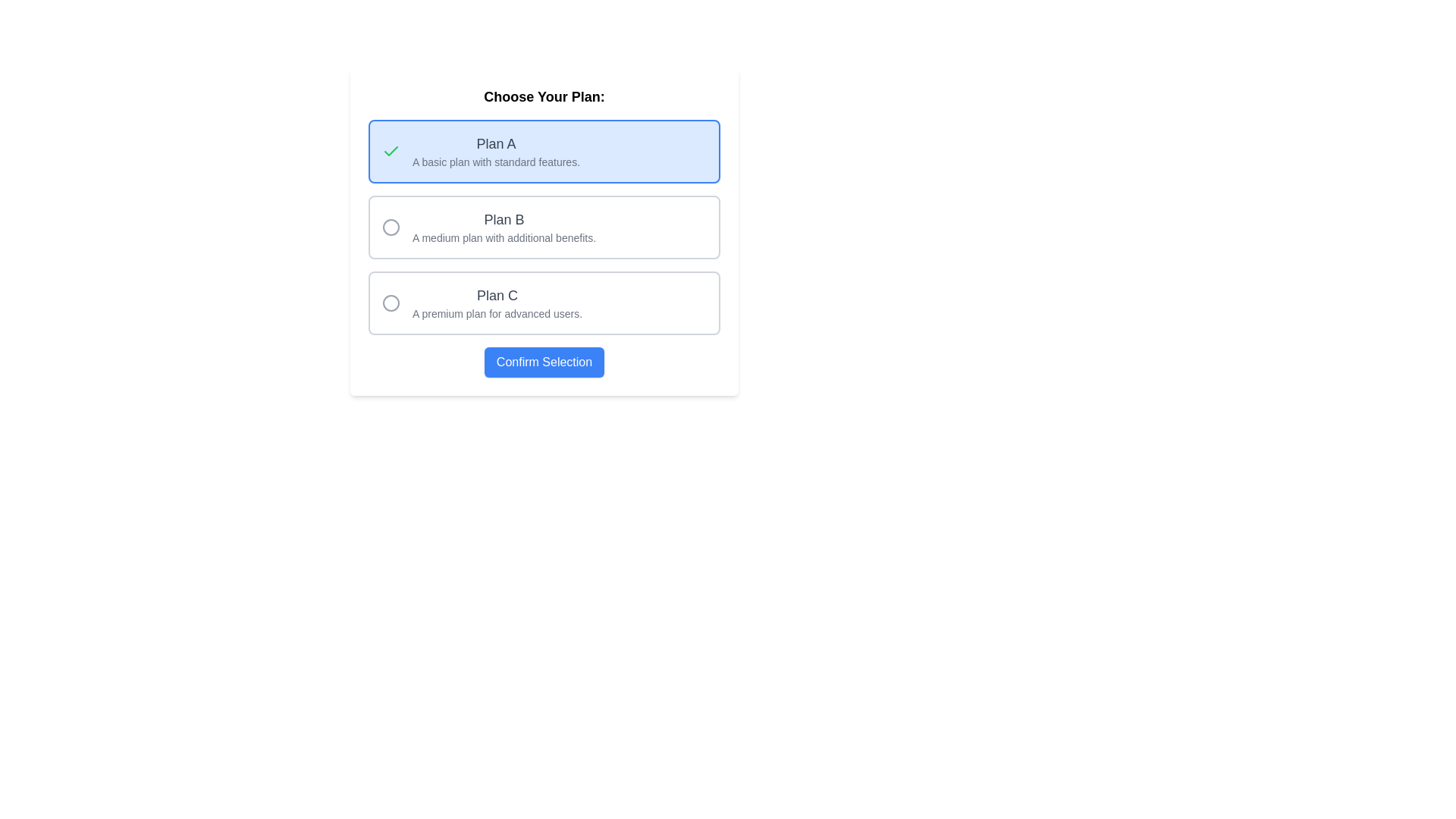 The height and width of the screenshot is (819, 1456). What do you see at coordinates (488, 227) in the screenshot?
I see `the radio button selector for 'Plan B', which is part of a group of selectable plans` at bounding box center [488, 227].